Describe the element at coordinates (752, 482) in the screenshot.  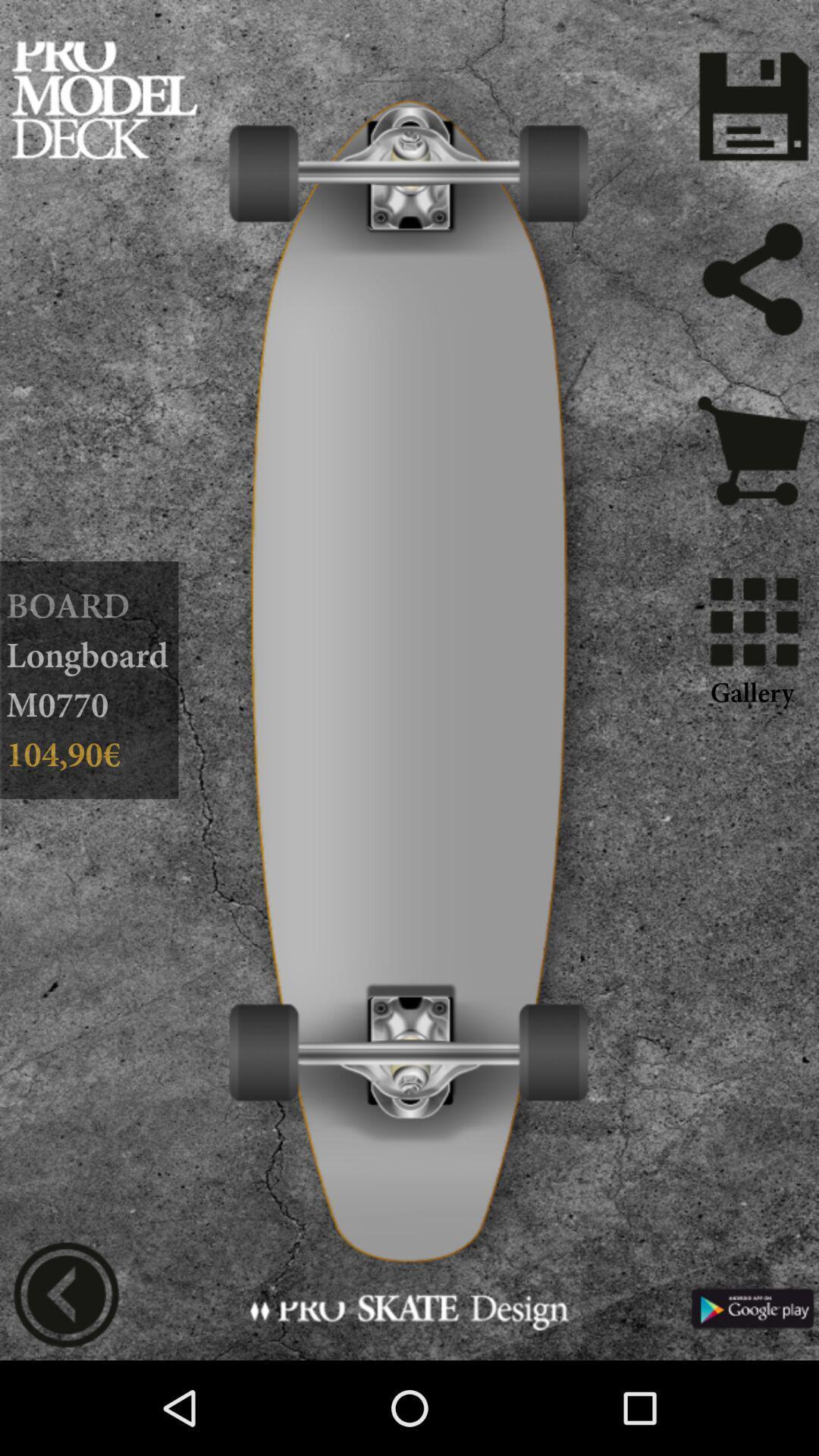
I see `the cart icon` at that location.